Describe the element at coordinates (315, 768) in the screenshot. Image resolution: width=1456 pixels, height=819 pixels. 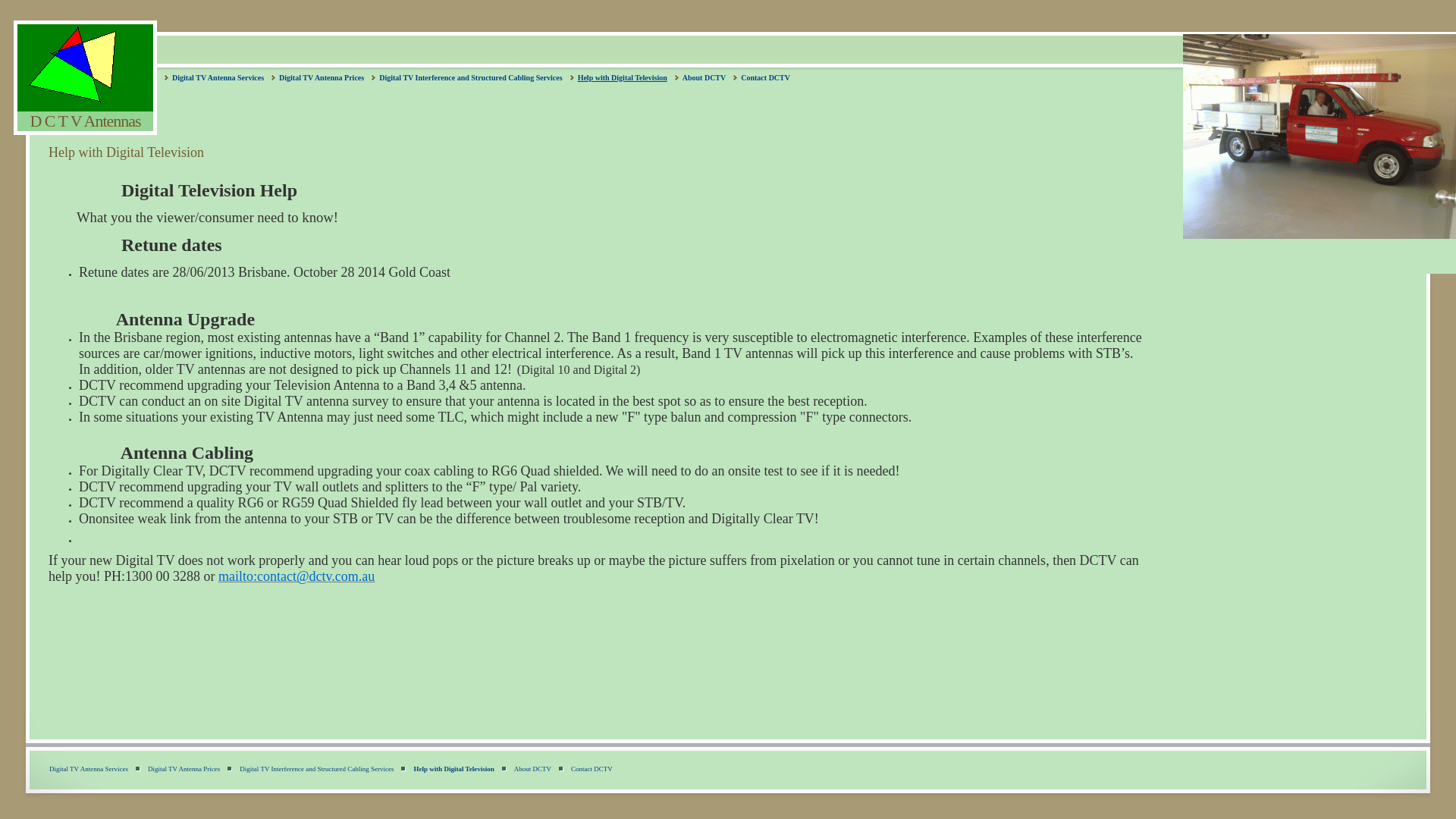
I see `'Digital TV Interference and Structured Cabling Services'` at that location.